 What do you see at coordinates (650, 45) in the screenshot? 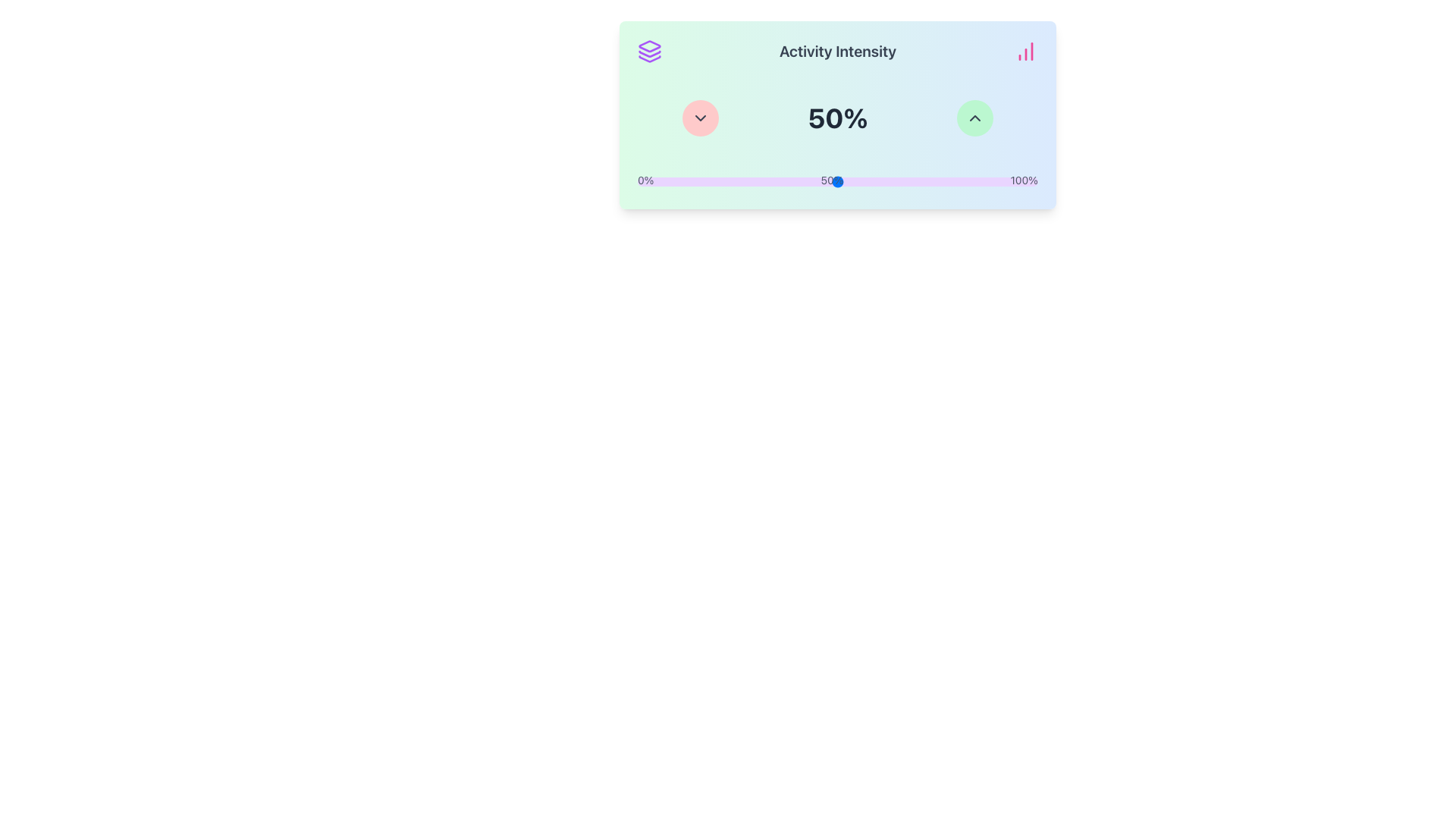
I see `the purple vector shape that forms a diamond-like design, located in the top-left corner of the card interface next to the 'Activity Intensity' text` at bounding box center [650, 45].